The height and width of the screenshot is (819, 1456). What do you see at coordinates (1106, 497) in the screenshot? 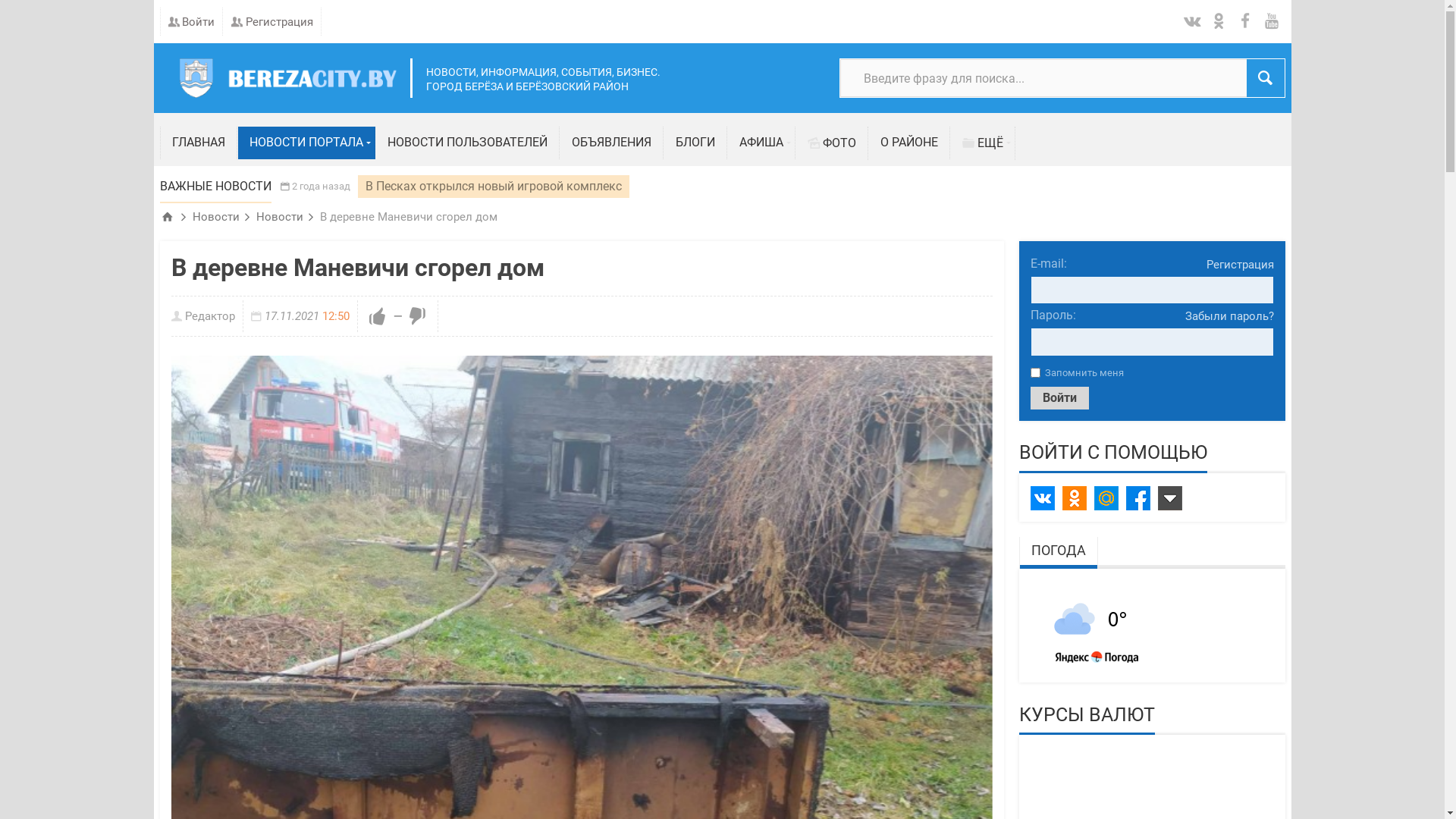
I see `'Mail.ru'` at bounding box center [1106, 497].